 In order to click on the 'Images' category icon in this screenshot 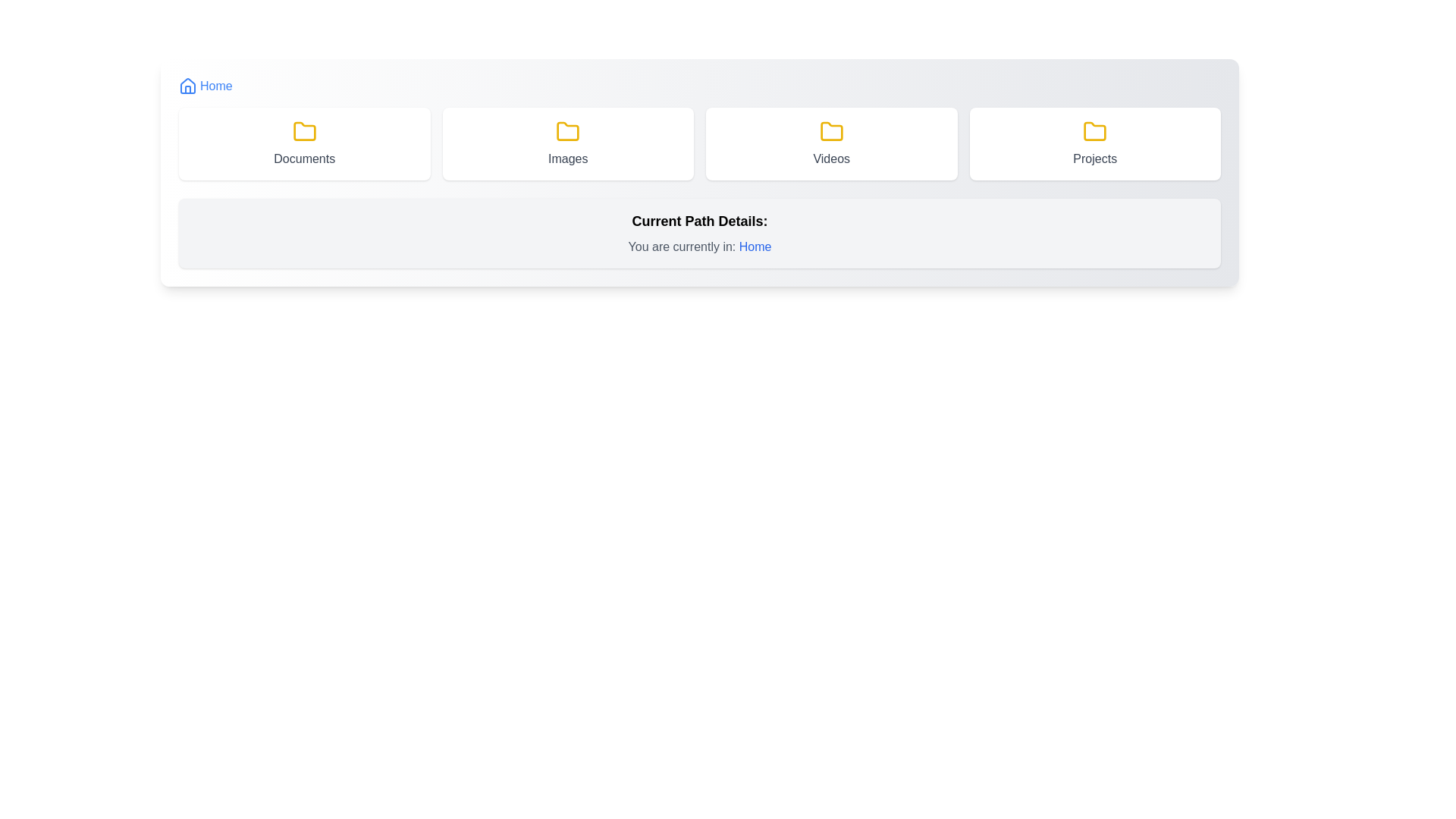, I will do `click(567, 130)`.